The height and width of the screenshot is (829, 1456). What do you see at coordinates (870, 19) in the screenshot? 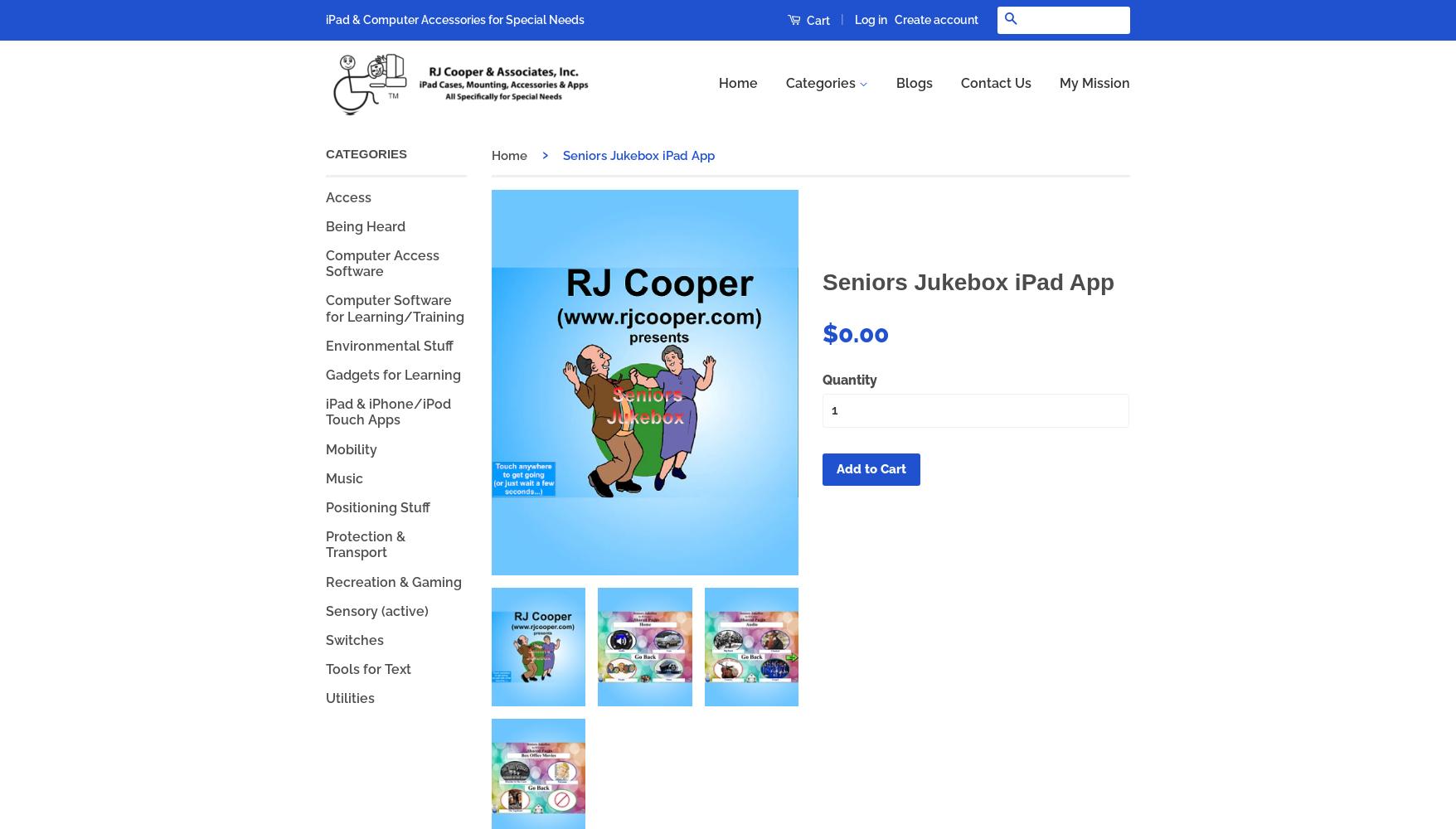
I see `'Log in'` at bounding box center [870, 19].